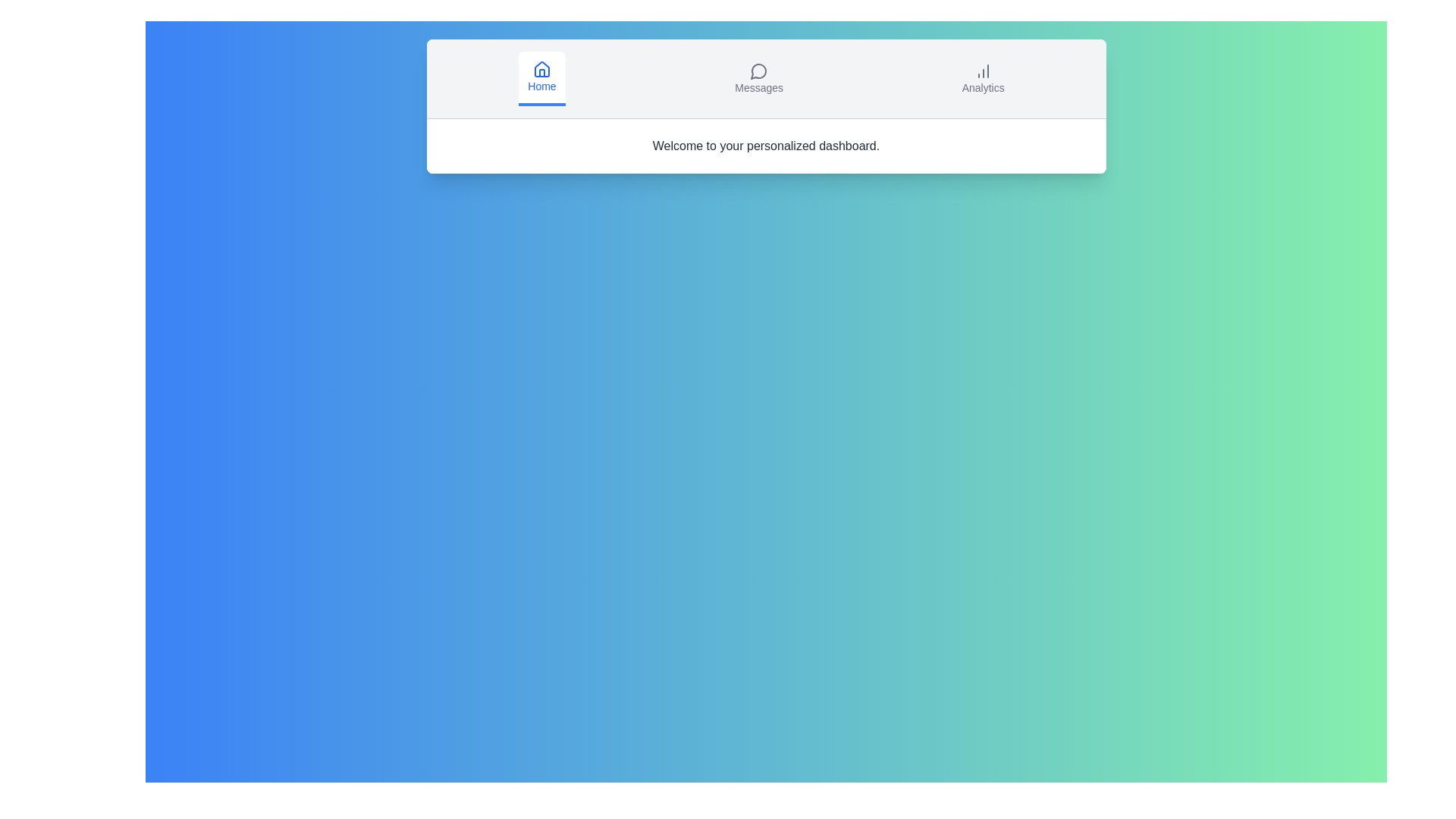 The image size is (1456, 819). What do you see at coordinates (759, 79) in the screenshot?
I see `the tab button labeled Messages to view its hover effect` at bounding box center [759, 79].